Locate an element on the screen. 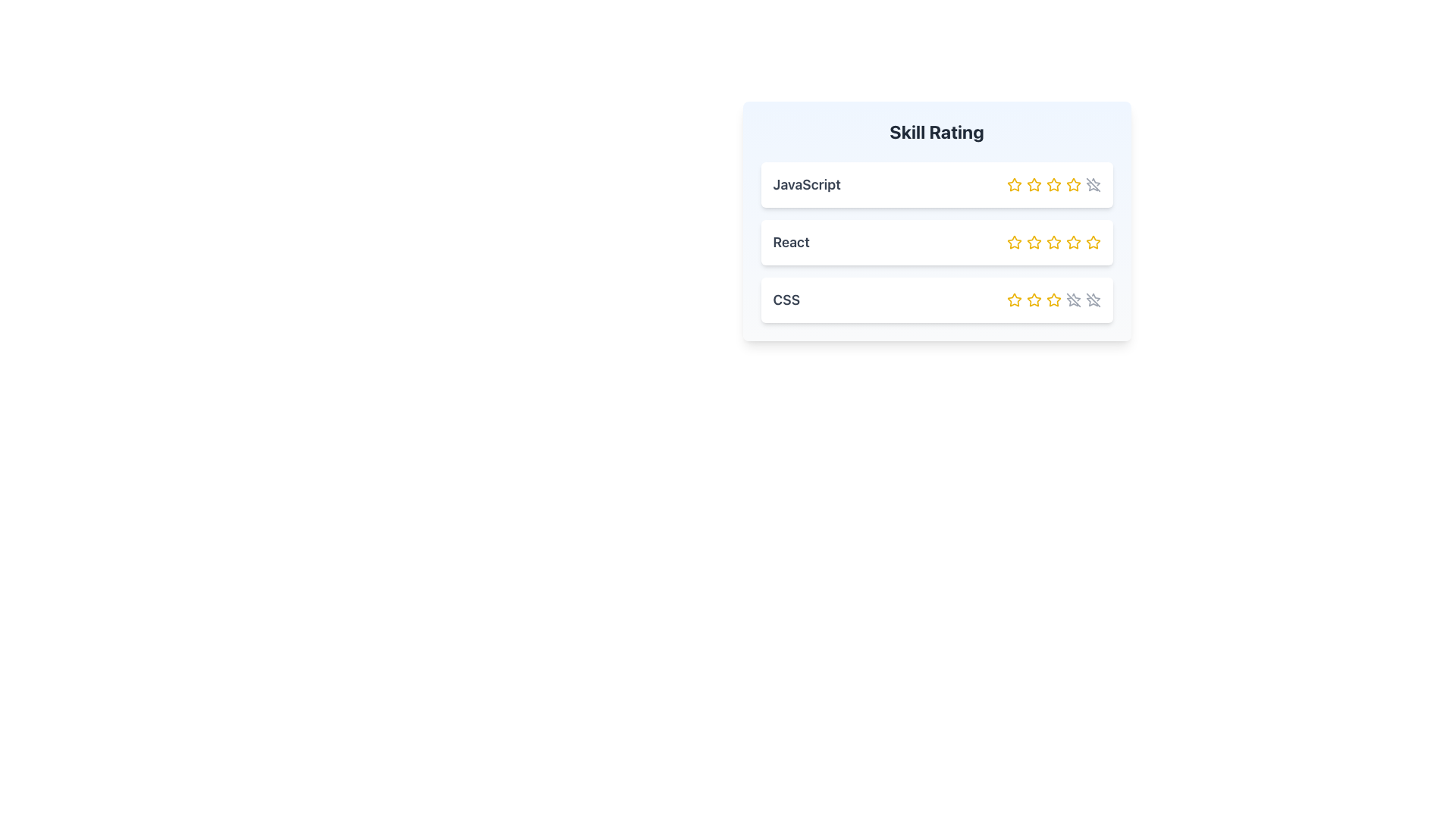 This screenshot has height=819, width=1456. the label for the skill named 'React' in the second row of the 'Skill Rating' list, which is grouped with a rating section of star icons is located at coordinates (790, 242).